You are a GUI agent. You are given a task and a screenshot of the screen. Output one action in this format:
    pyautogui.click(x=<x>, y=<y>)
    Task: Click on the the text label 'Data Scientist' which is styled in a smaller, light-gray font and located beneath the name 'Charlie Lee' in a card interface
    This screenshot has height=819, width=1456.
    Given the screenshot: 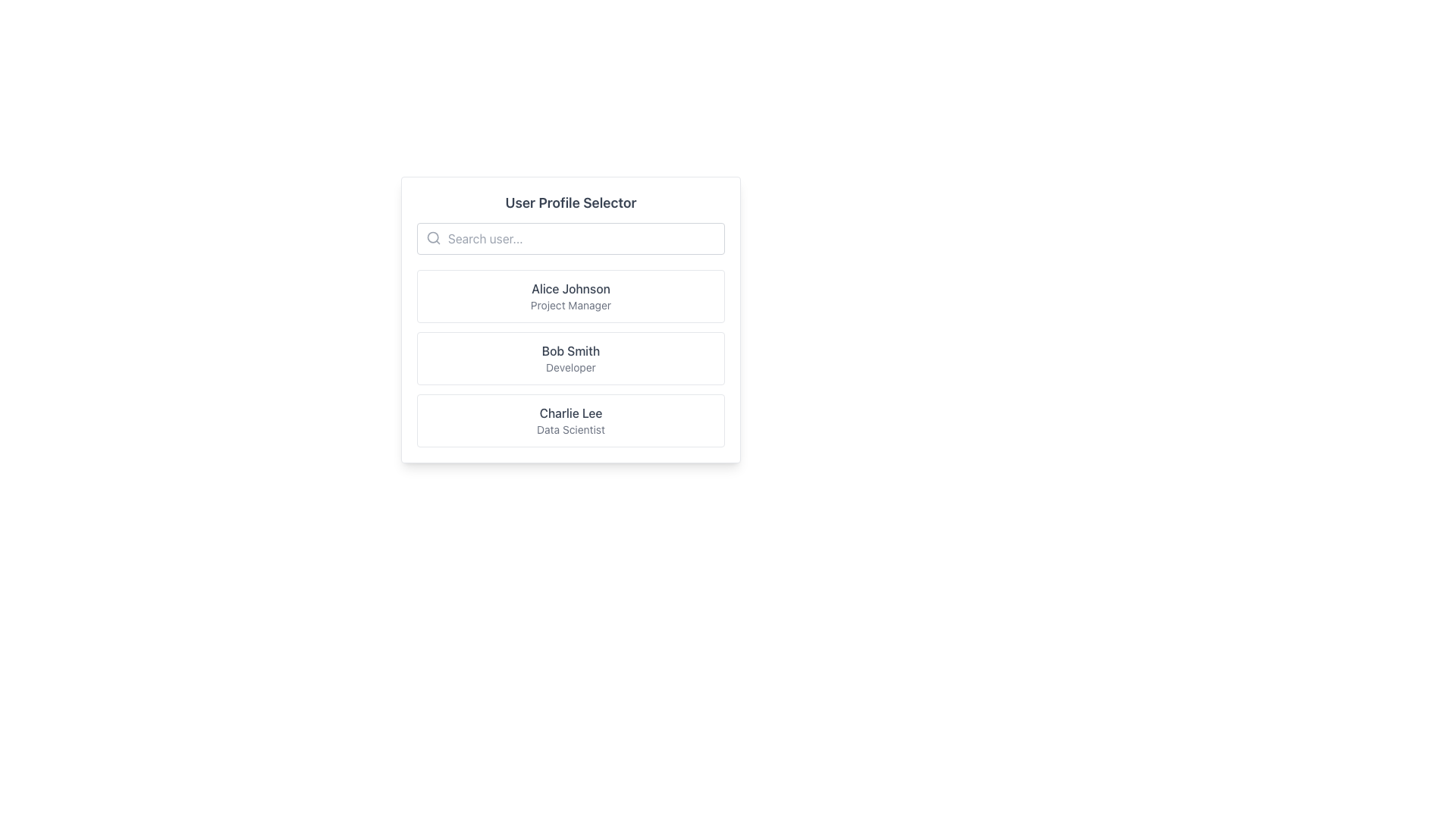 What is the action you would take?
    pyautogui.click(x=570, y=430)
    